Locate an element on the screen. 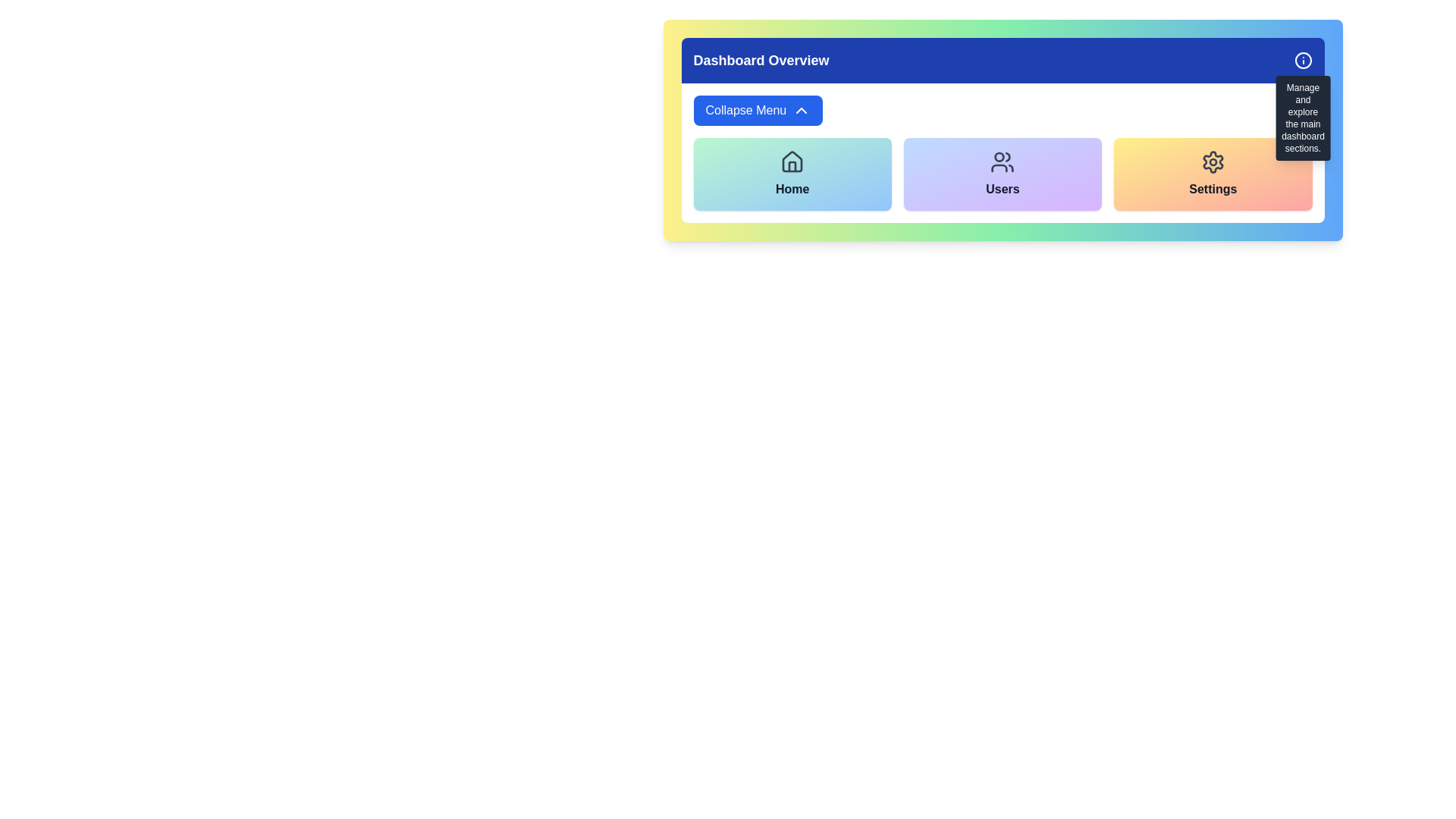 This screenshot has height=819, width=1456. the 'Home' navigation button is located at coordinates (792, 174).